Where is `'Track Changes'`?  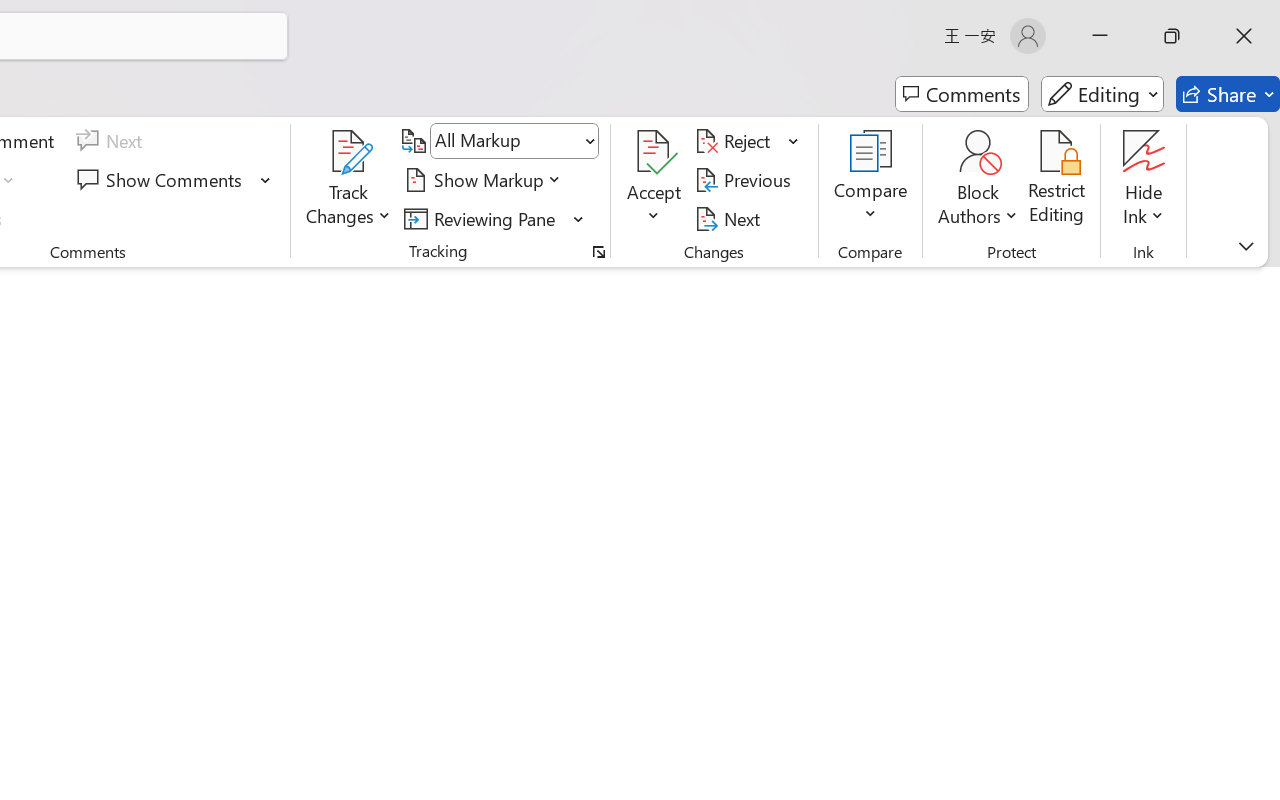 'Track Changes' is located at coordinates (349, 151).